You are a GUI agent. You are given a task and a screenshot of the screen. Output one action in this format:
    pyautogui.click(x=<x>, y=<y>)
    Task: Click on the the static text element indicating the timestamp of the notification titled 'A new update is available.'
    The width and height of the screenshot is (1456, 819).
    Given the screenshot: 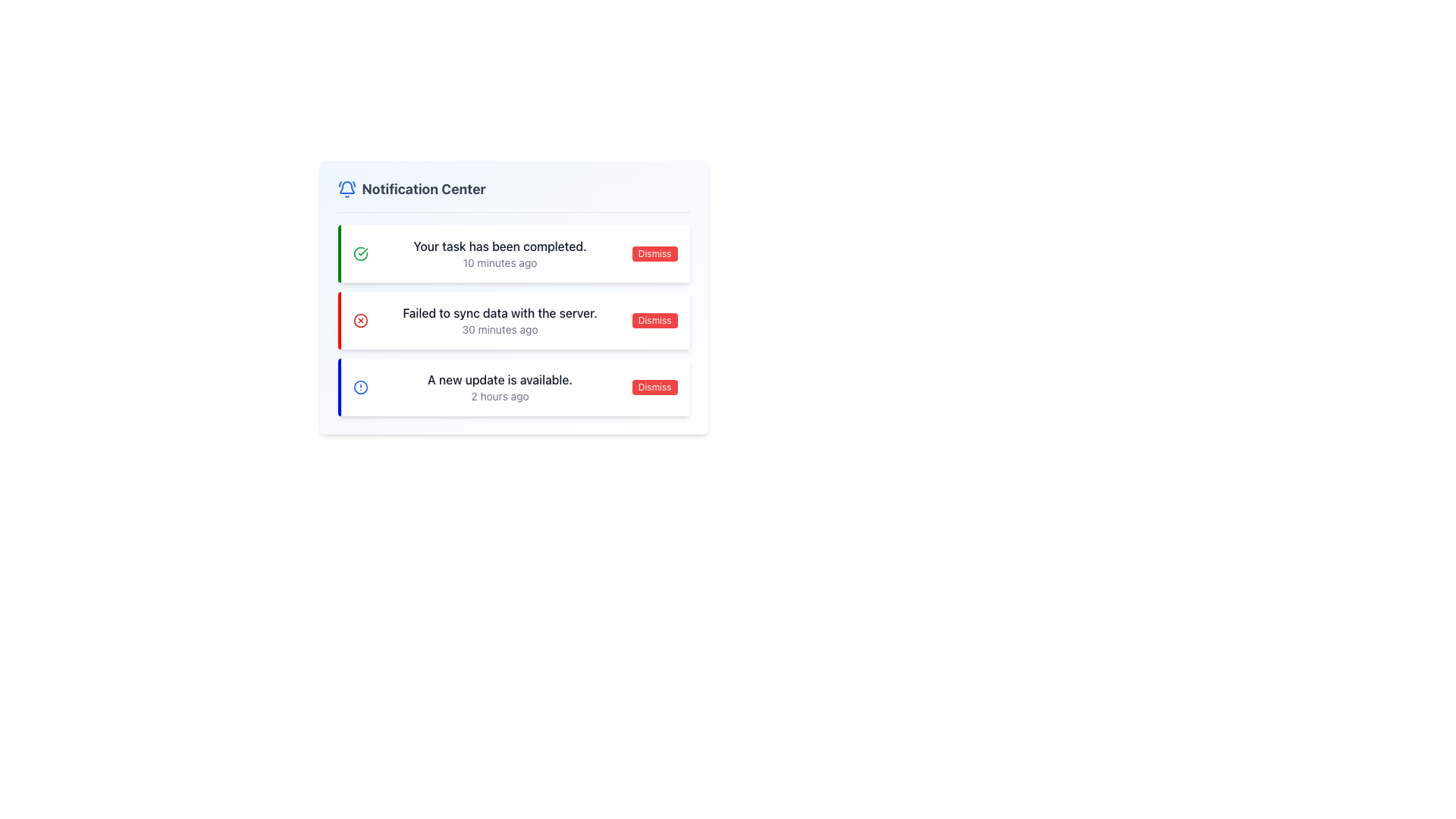 What is the action you would take?
    pyautogui.click(x=500, y=396)
    